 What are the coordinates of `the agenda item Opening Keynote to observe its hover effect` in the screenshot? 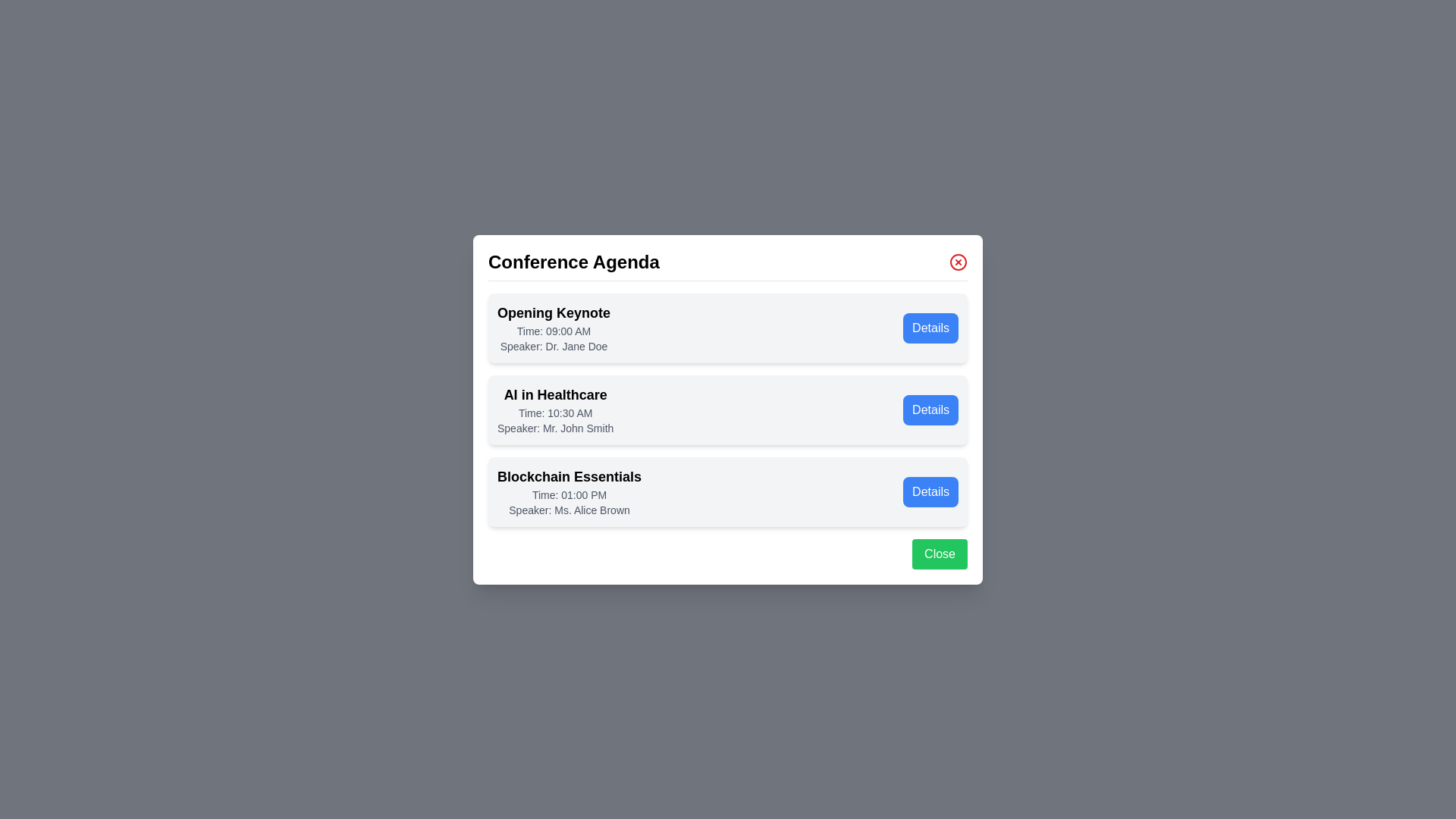 It's located at (728, 327).